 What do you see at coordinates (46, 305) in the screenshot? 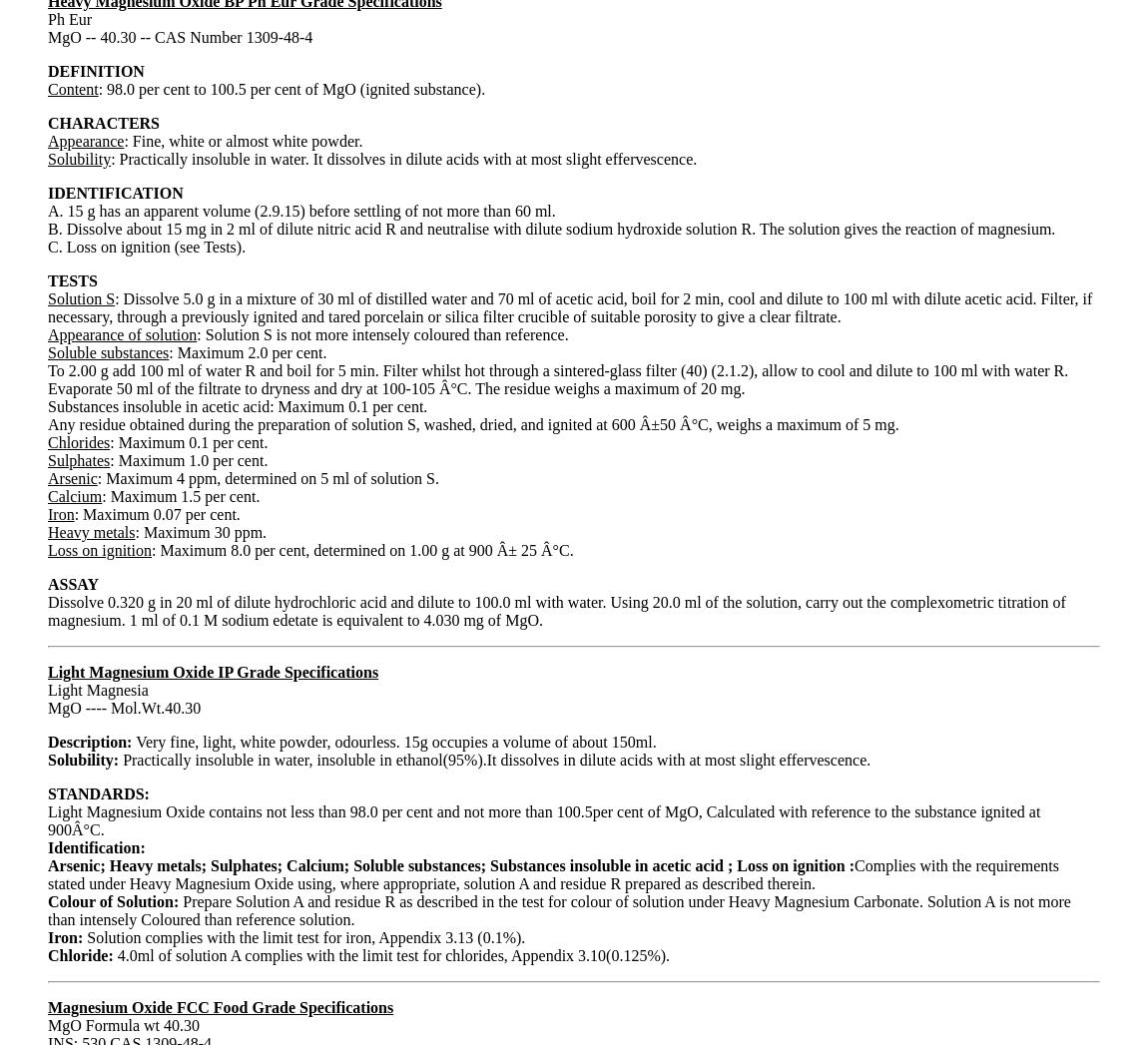
I see `': Dissolve 5.0 g in a mixture of 30 ml  of distilled water and 70 ml of  acetic acid, boil for 2 min,  cool and dilute to 100 ml with dilute  acetic acid. Filter, if necessary, through a previously ignited and  tared porcelain or silica filter crucible of suitable porosity to give a clear filtrate.'` at bounding box center [46, 305].